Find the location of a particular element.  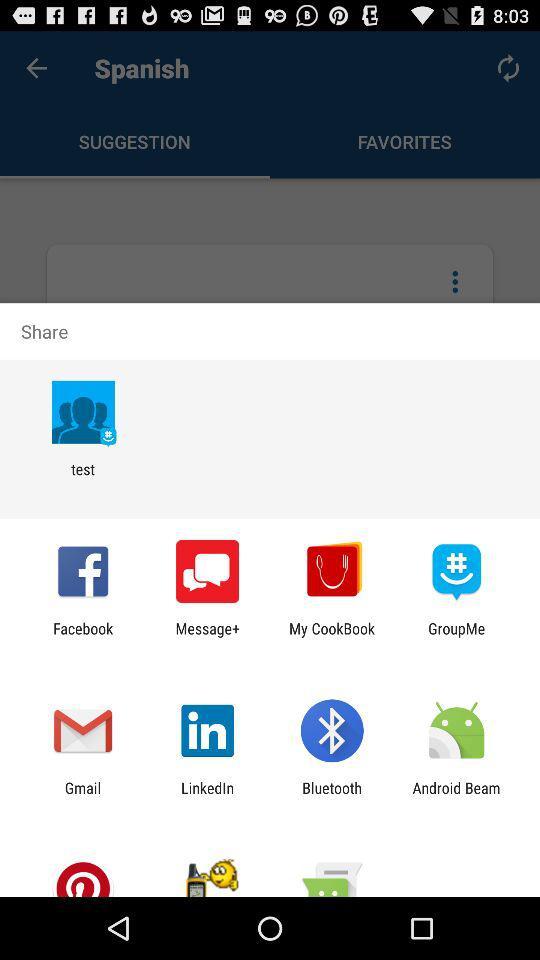

the app next to facebook app is located at coordinates (206, 636).